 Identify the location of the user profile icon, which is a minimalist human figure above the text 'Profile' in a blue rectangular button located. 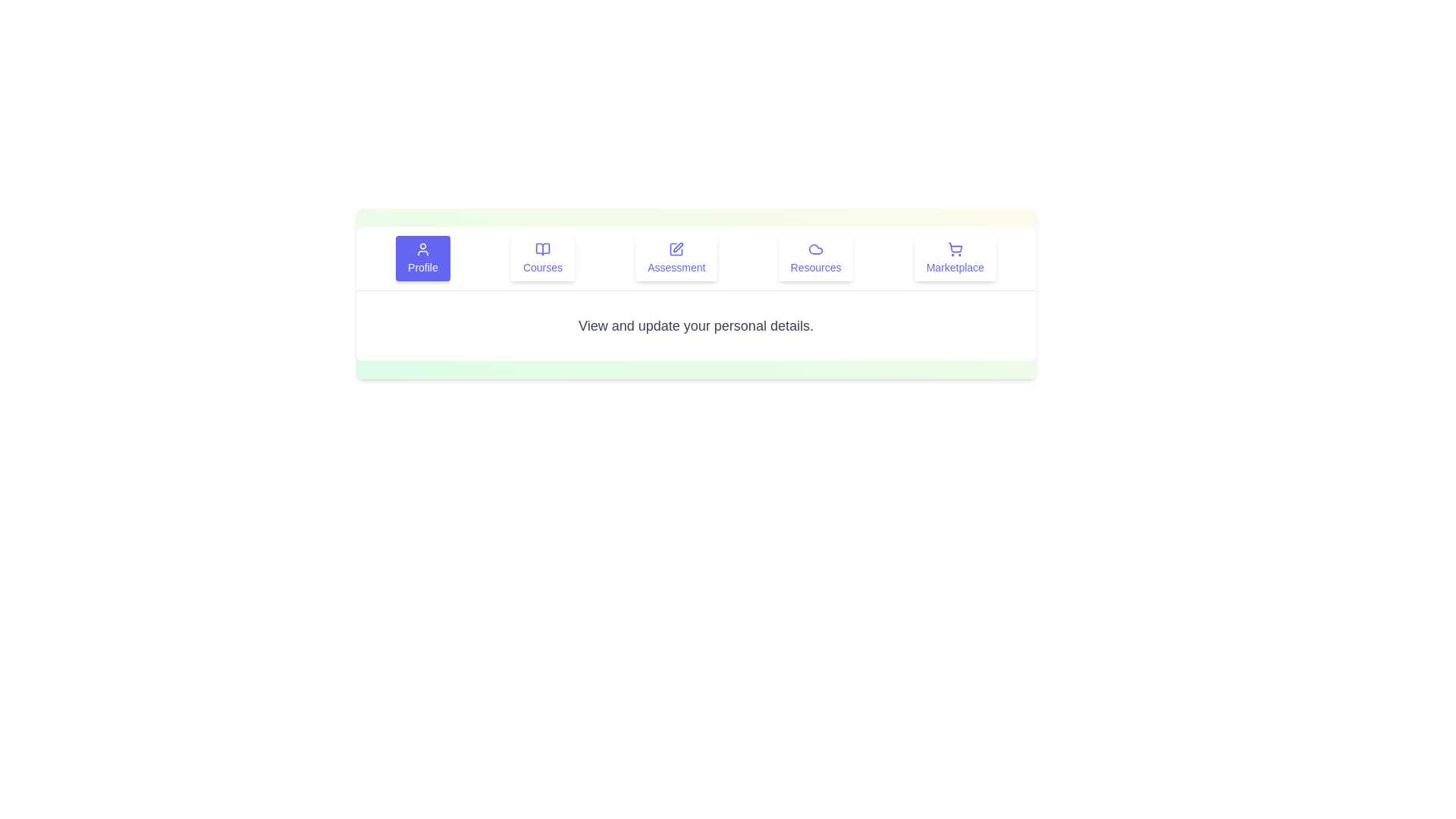
(422, 248).